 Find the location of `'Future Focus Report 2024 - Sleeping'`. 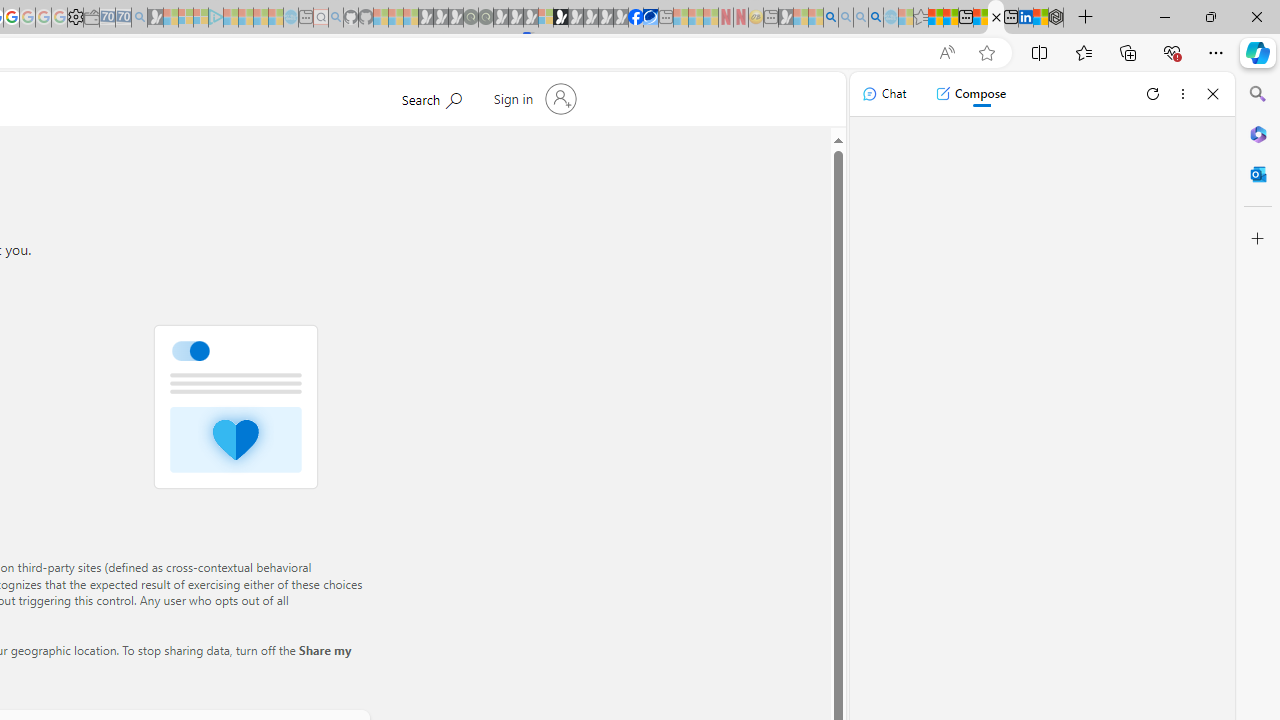

'Future Focus Report 2024 - Sleeping' is located at coordinates (485, 17).